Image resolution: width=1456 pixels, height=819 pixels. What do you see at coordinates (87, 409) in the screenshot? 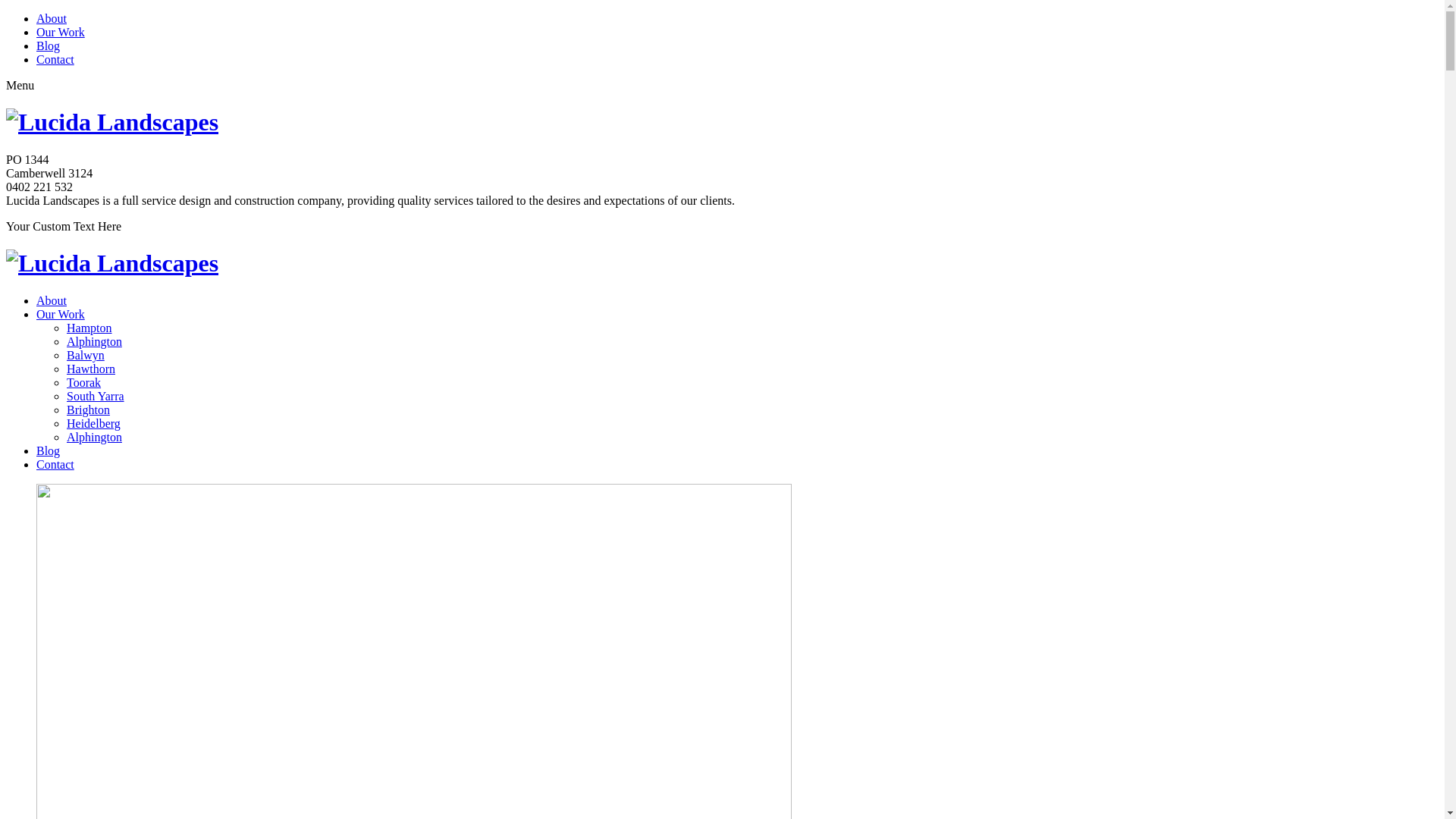
I see `'Brighton'` at bounding box center [87, 409].